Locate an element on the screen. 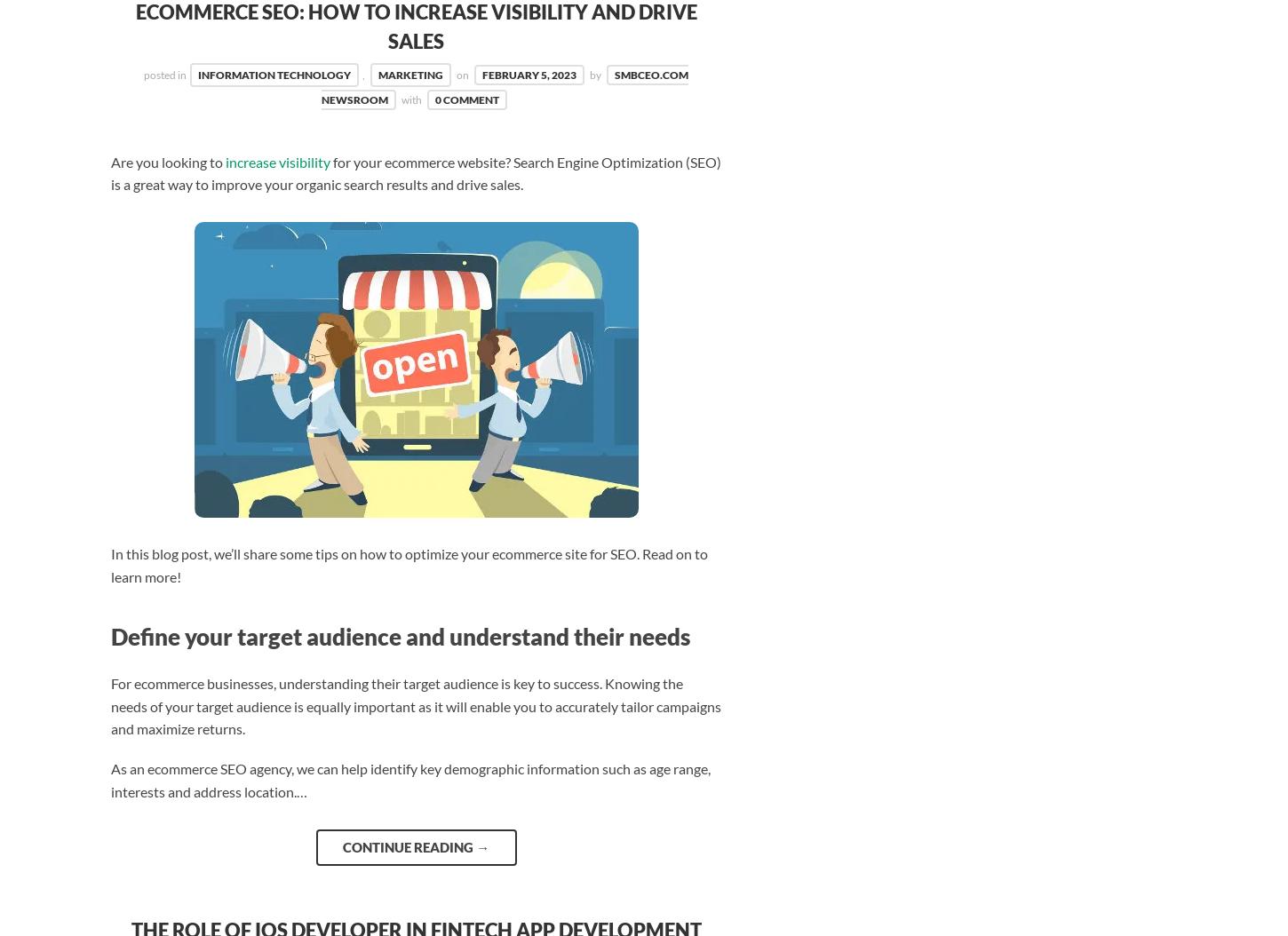 The image size is (1288, 936). 'for your ecommerce website? Search Engine Optimization (SEO) is a great way to improve your organic search results and drive sales.' is located at coordinates (109, 171).